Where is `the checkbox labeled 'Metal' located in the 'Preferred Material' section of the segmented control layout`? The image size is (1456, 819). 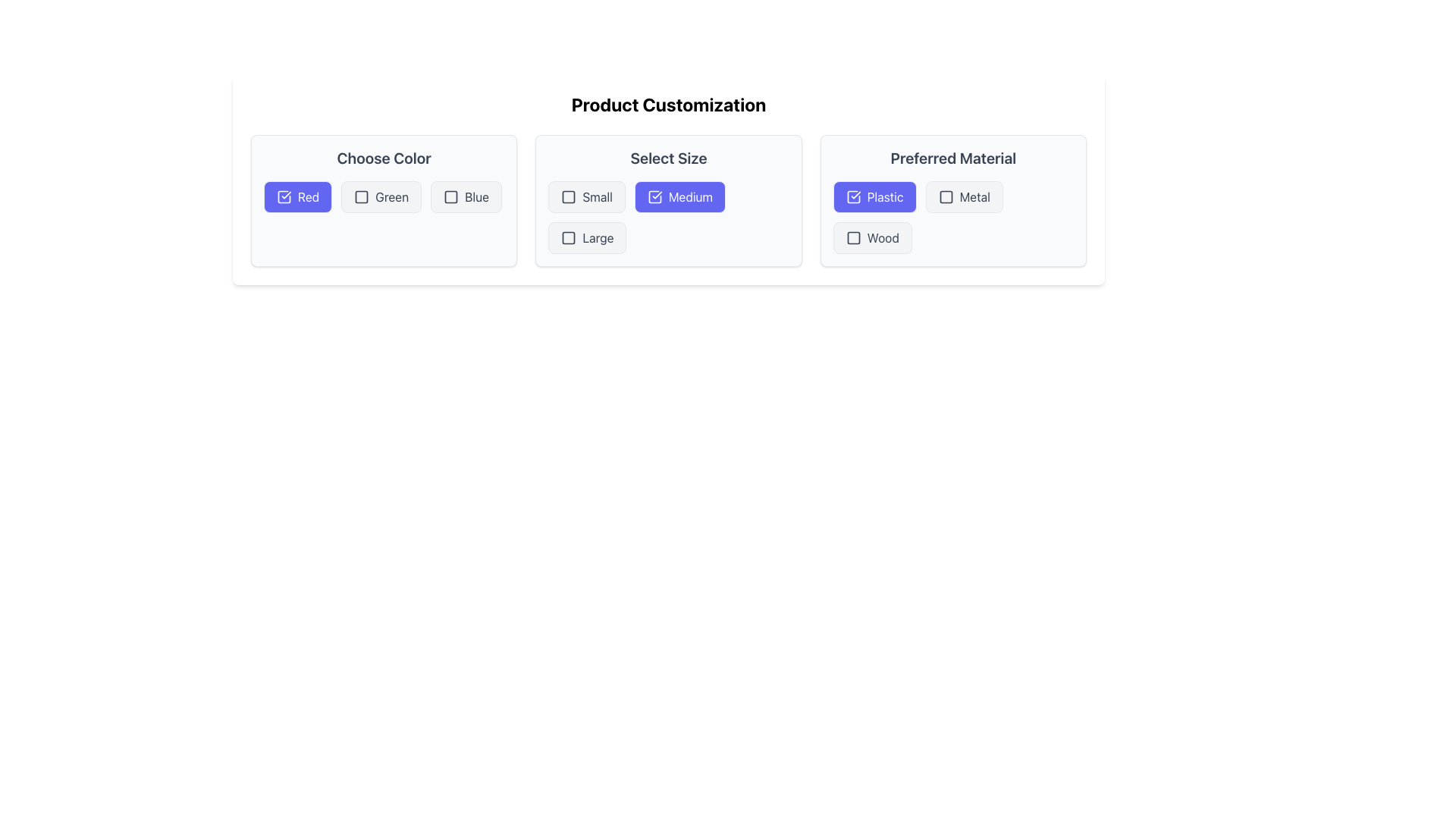
the checkbox labeled 'Metal' located in the 'Preferred Material' section of the segmented control layout is located at coordinates (963, 196).